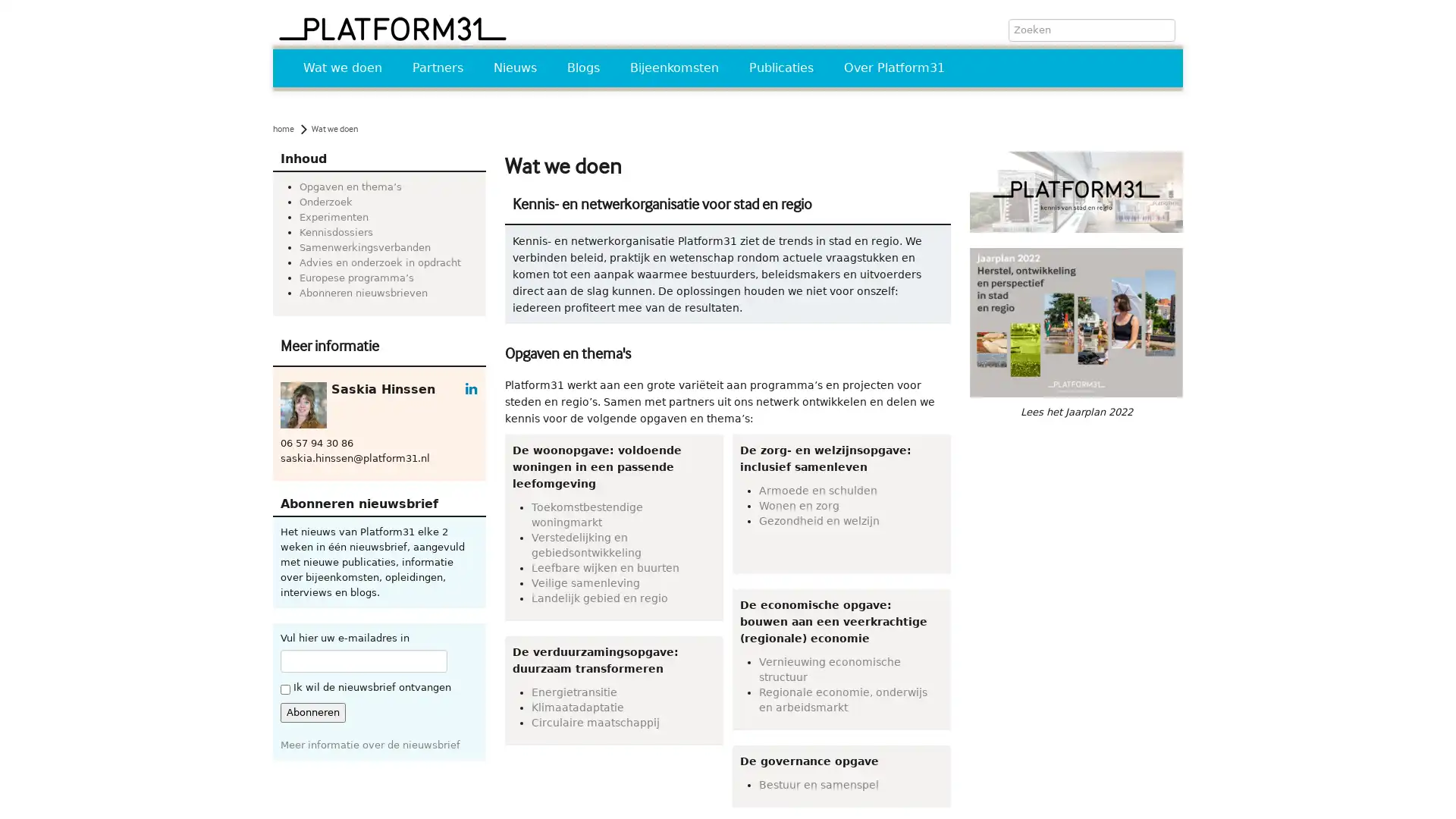 The image size is (1456, 819). I want to click on Abonneren, so click(312, 711).